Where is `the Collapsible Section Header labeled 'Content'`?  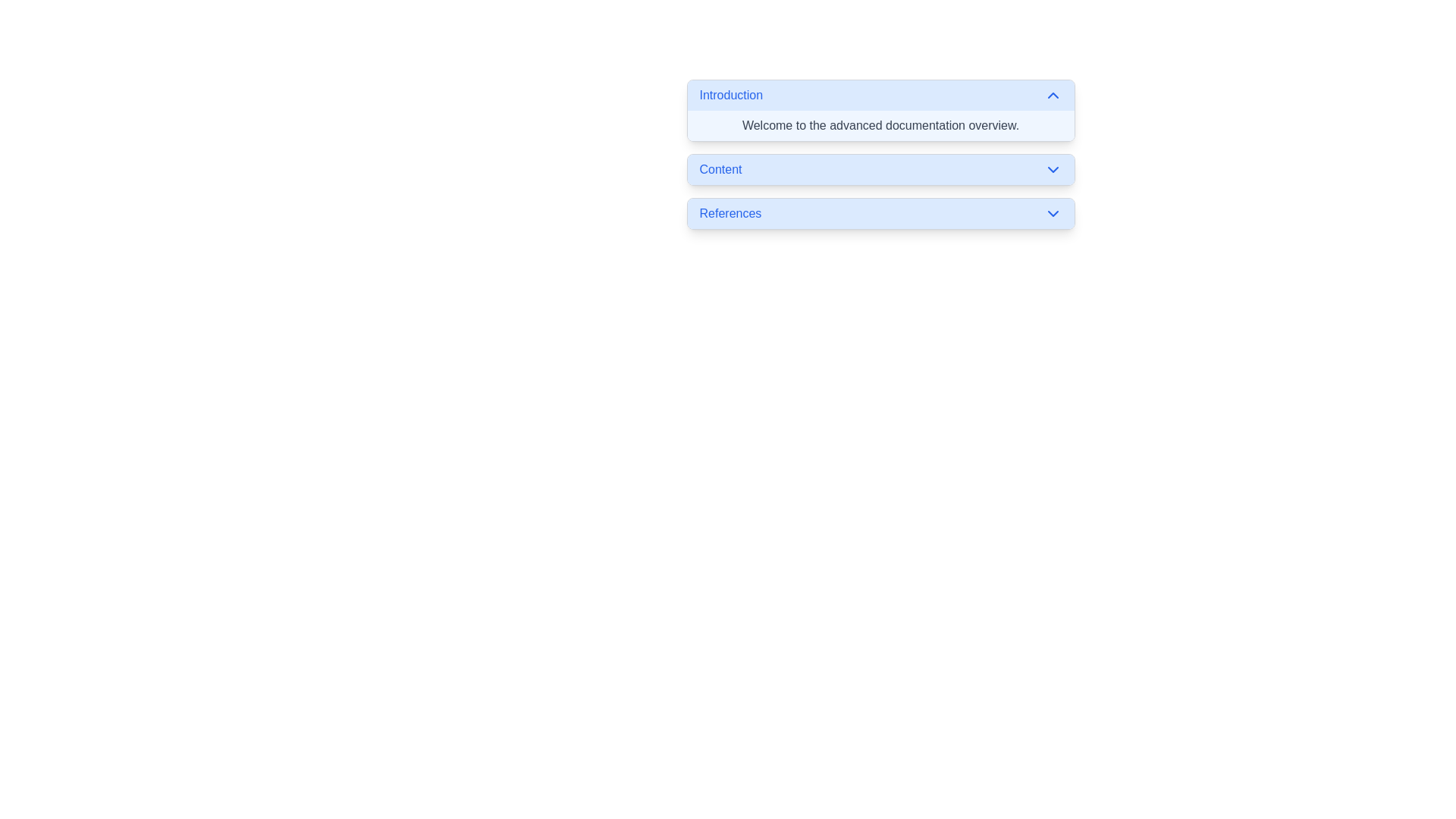
the Collapsible Section Header labeled 'Content' is located at coordinates (880, 155).